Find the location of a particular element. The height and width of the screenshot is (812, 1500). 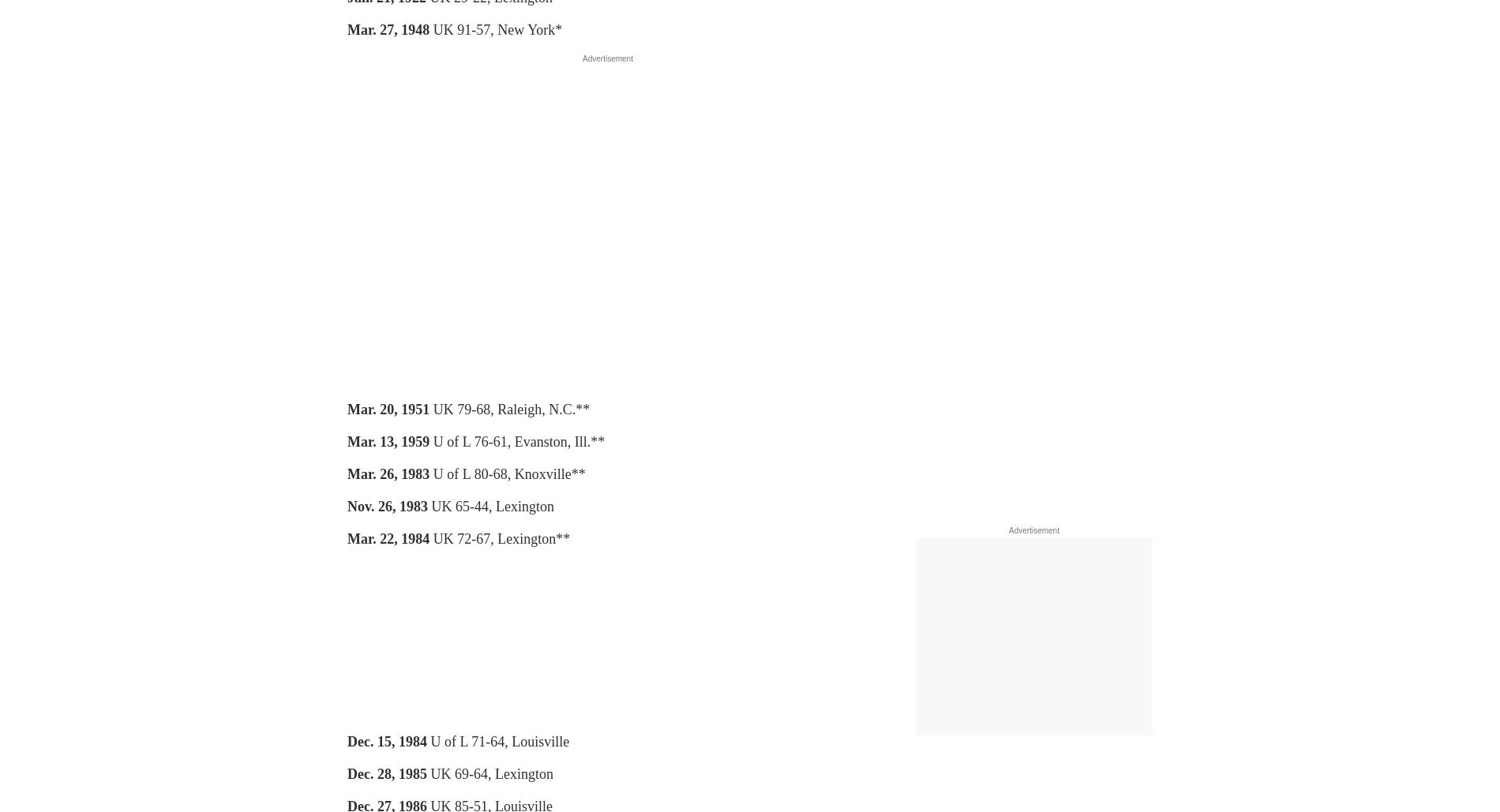

'UK 69-64, Lexington' is located at coordinates (489, 773).